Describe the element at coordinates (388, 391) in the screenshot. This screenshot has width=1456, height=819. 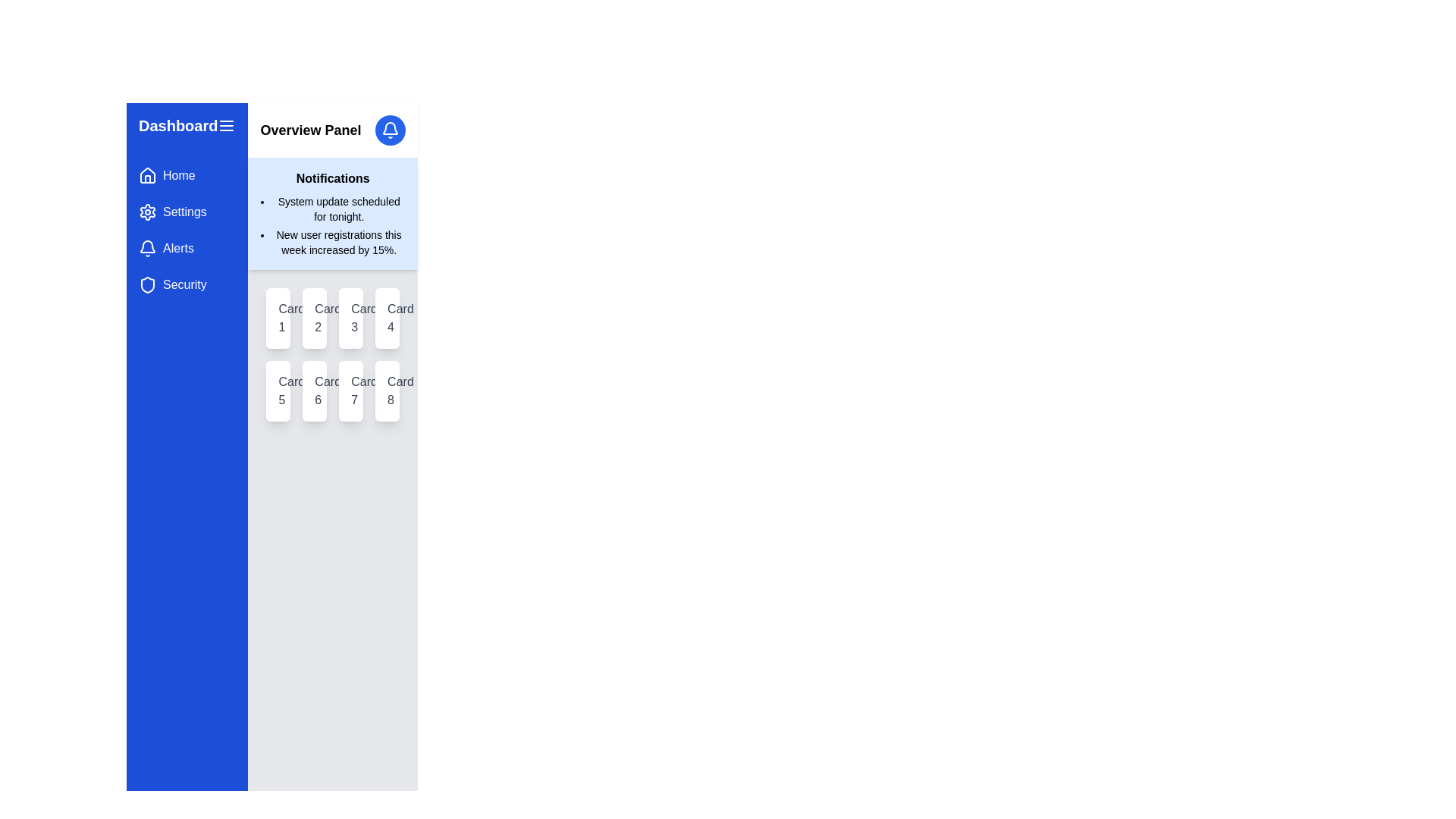
I see `the display component labeled as 'Card 8', which is located in the bottom-right corner of a 4x2 grid of cards` at that location.